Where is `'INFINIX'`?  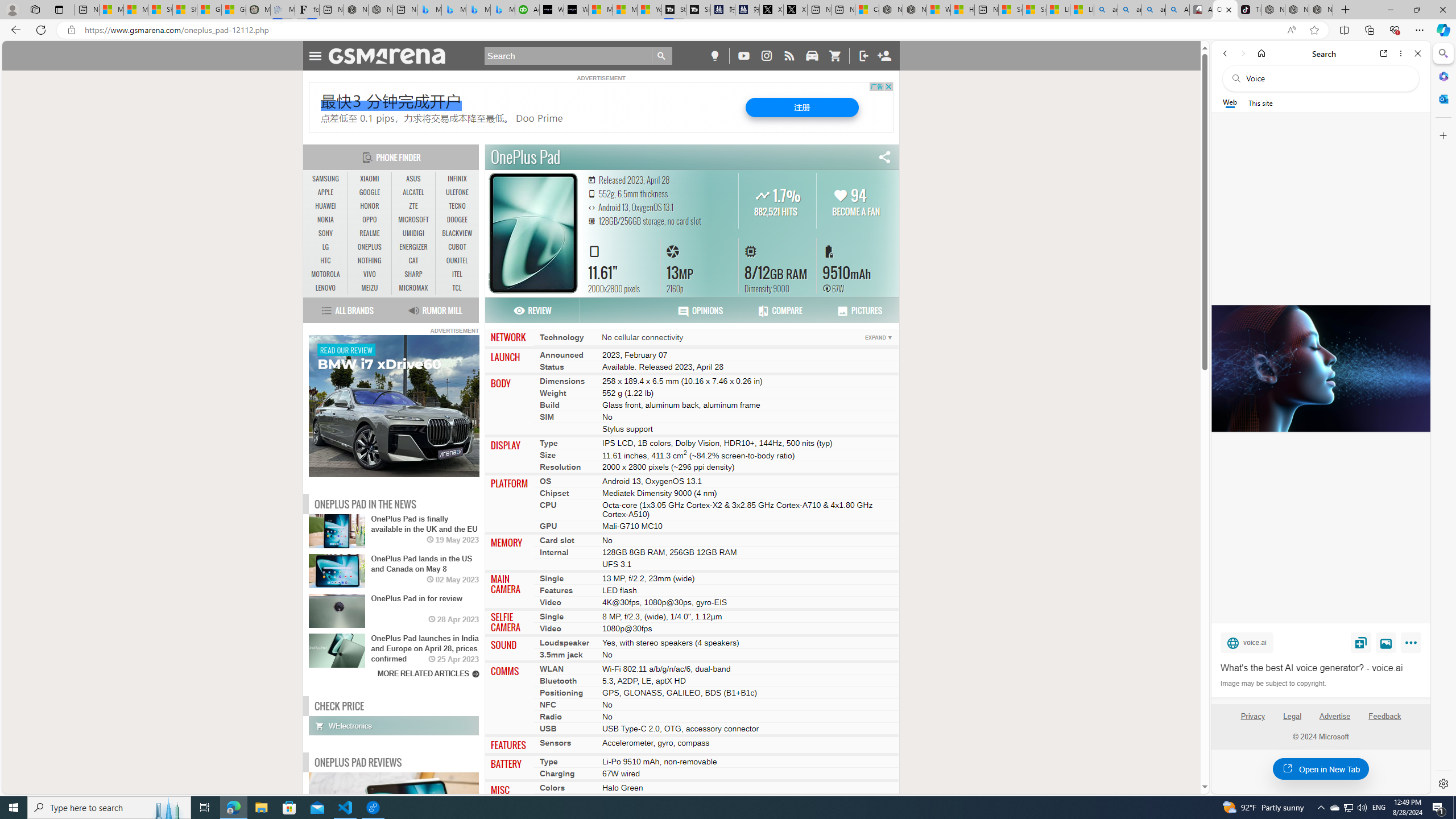
'INFINIX' is located at coordinates (457, 179).